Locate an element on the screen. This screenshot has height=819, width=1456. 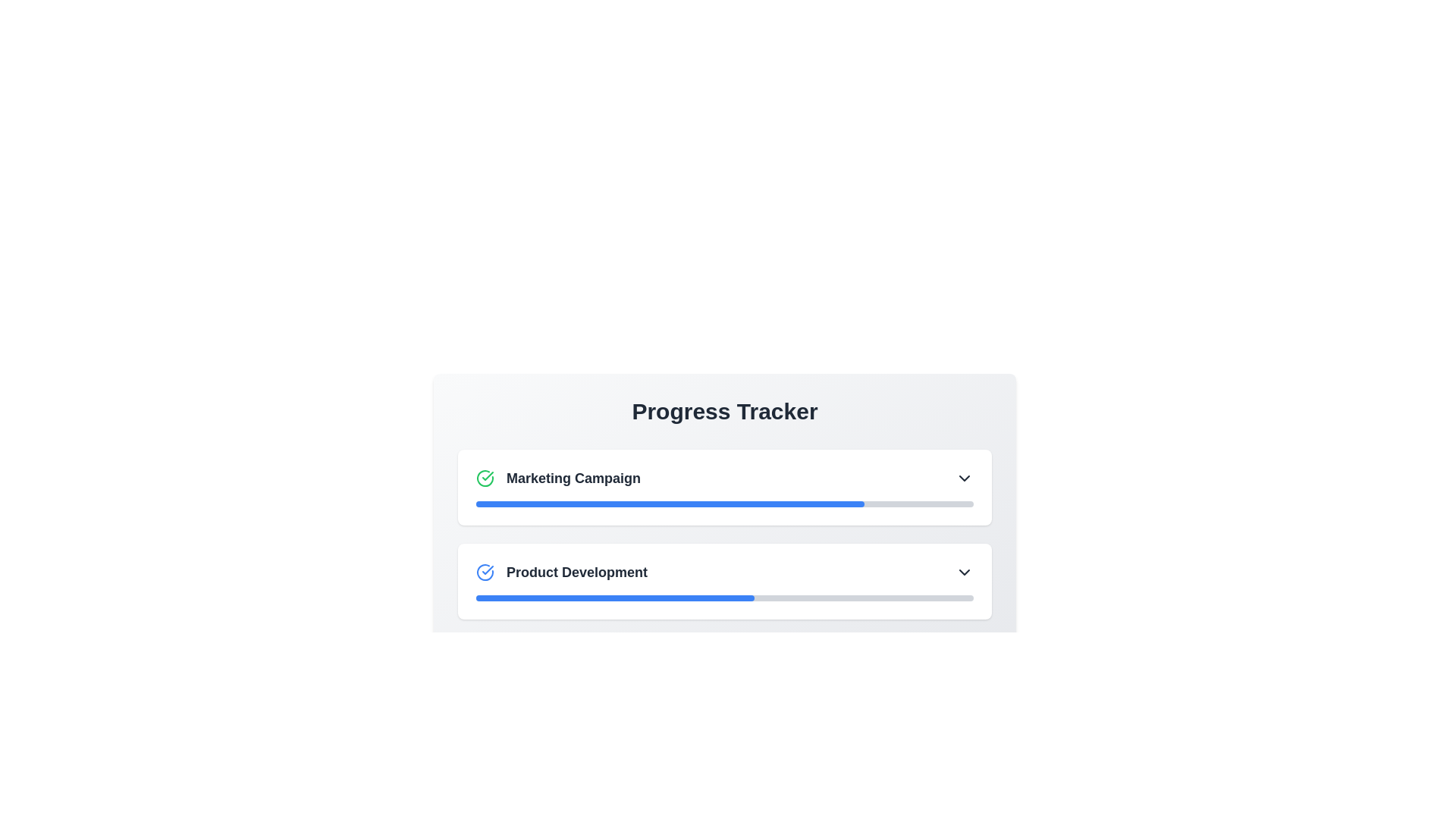
the progress indicator located in the 'Product Development' section of the 'Progress Tracker' to visually indicate the progress of a specific task is located at coordinates (615, 598).